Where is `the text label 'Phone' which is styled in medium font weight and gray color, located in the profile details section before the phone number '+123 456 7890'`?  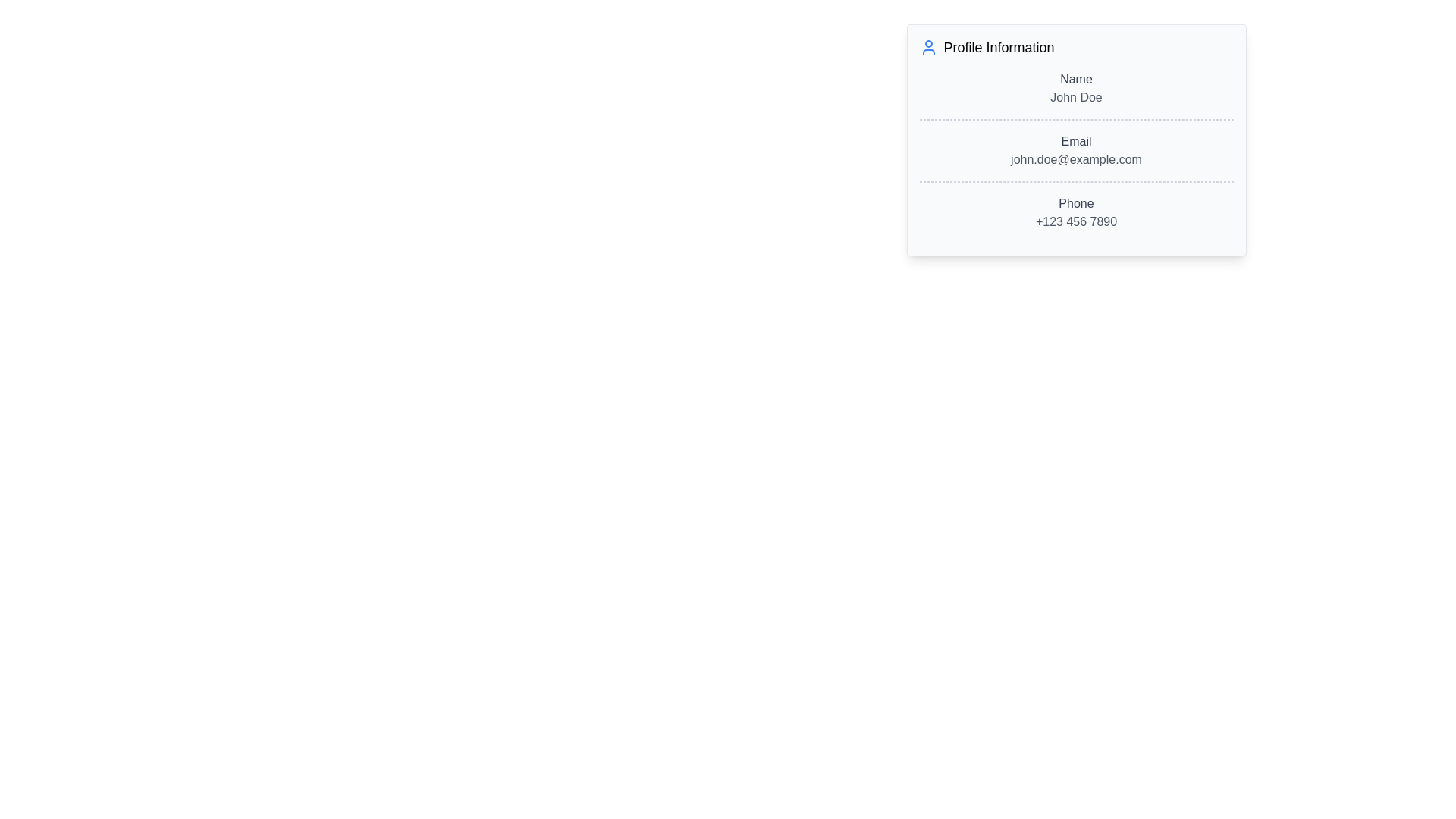
the text label 'Phone' which is styled in medium font weight and gray color, located in the profile details section before the phone number '+123 456 7890' is located at coordinates (1075, 203).